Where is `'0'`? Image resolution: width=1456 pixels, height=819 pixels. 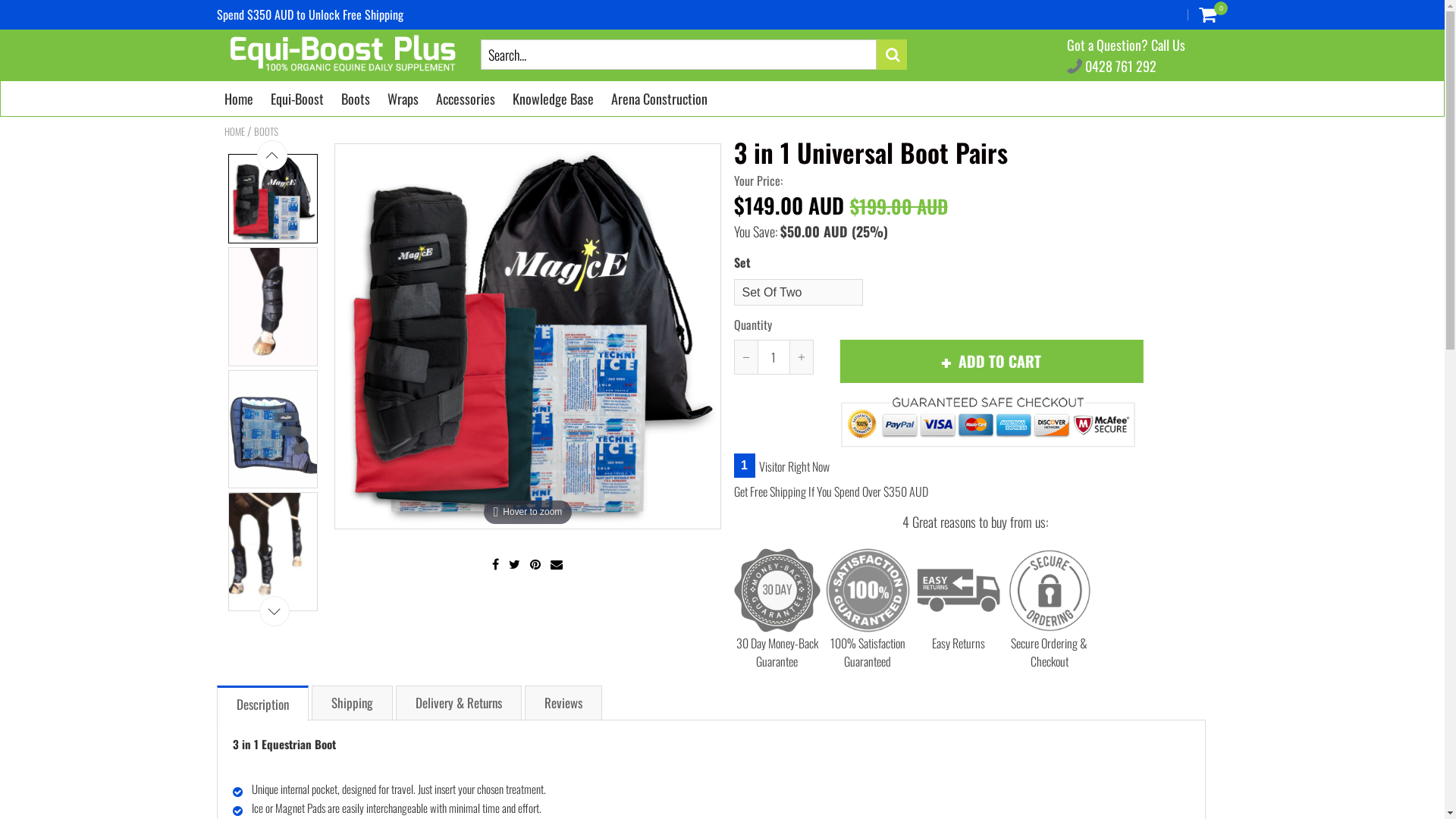
'0' is located at coordinates (1207, 14).